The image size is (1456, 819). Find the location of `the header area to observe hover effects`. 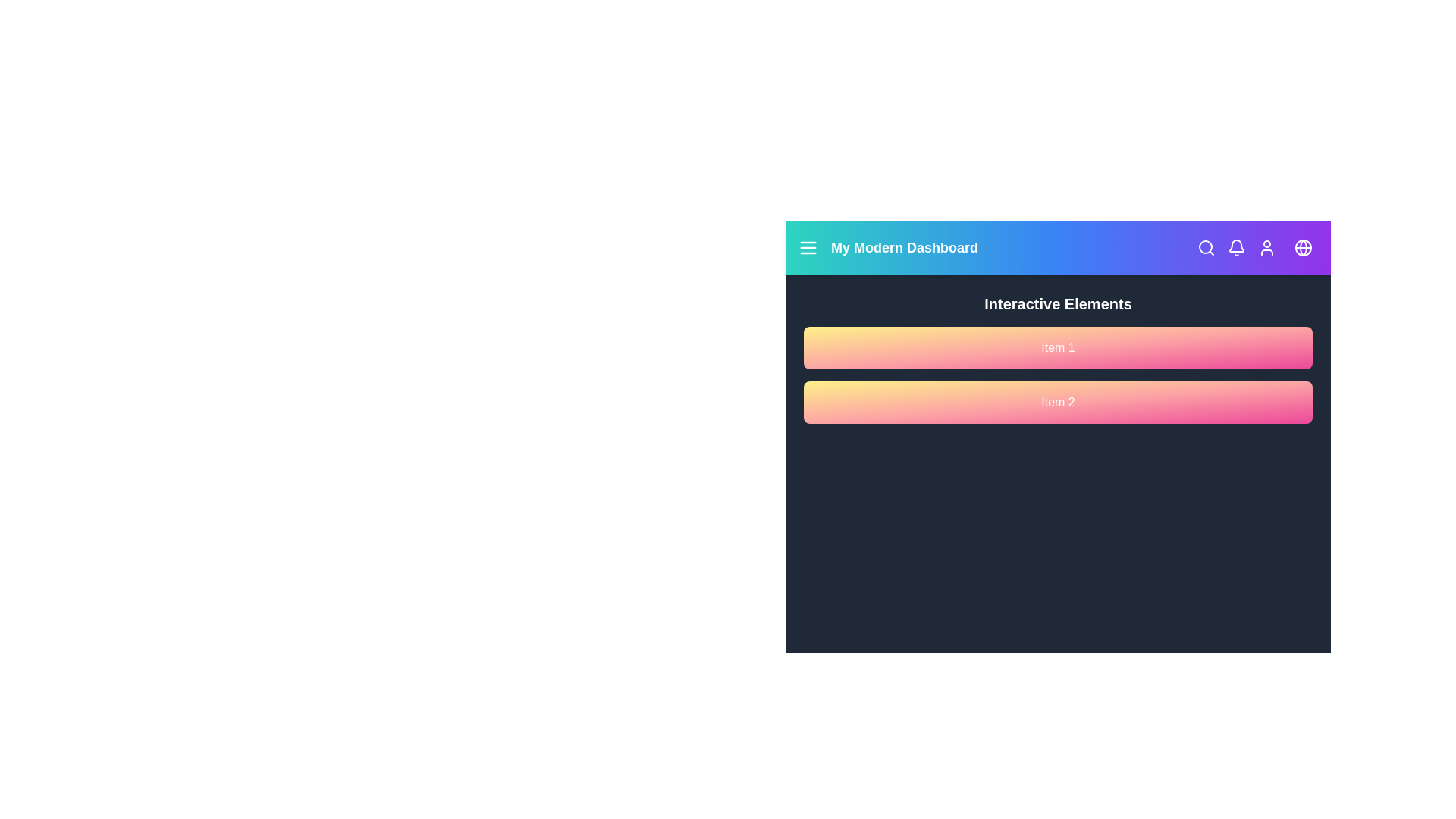

the header area to observe hover effects is located at coordinates (1057, 247).